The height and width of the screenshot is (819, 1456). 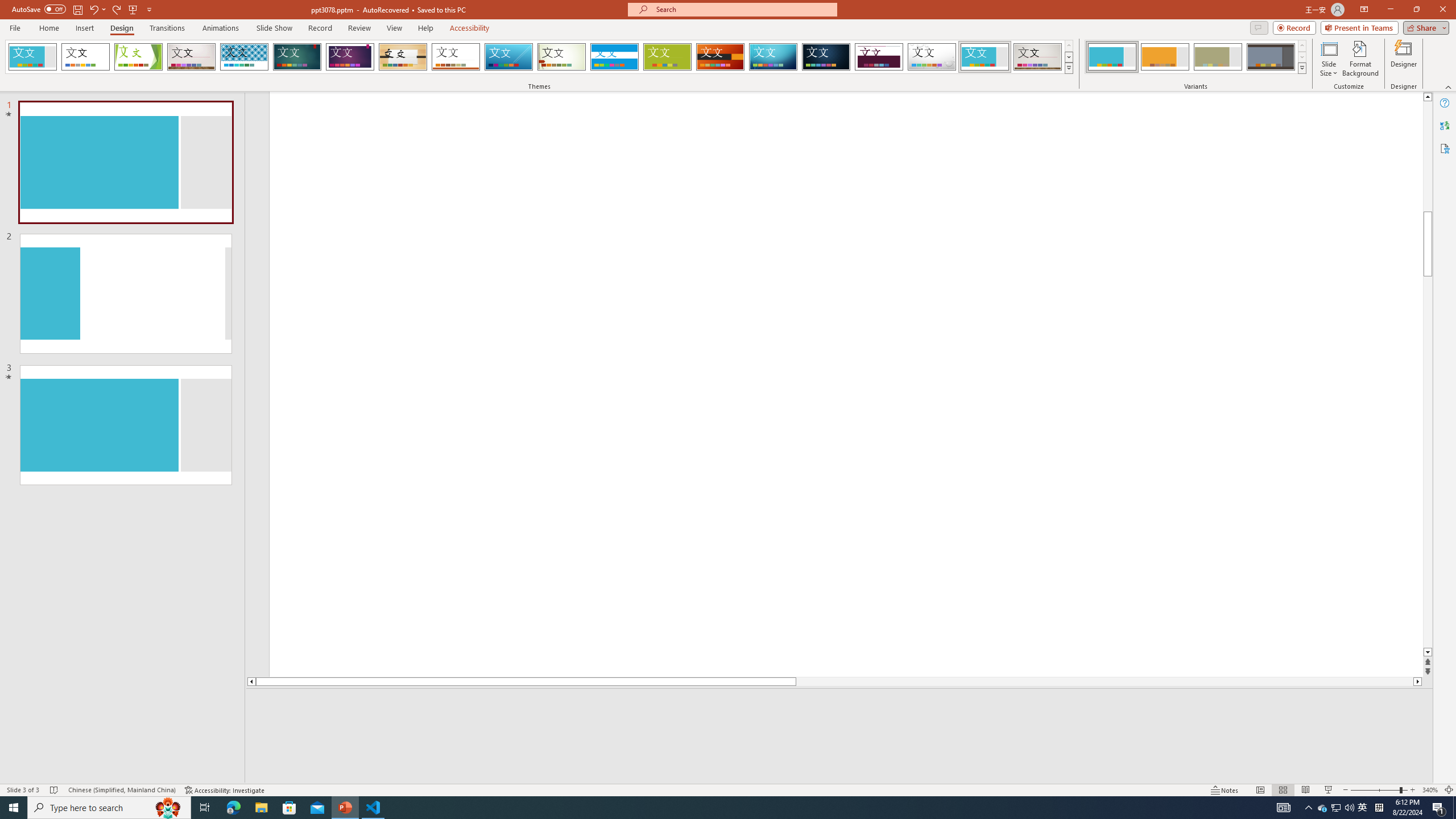 What do you see at coordinates (508, 56) in the screenshot?
I see `'Slice'` at bounding box center [508, 56].